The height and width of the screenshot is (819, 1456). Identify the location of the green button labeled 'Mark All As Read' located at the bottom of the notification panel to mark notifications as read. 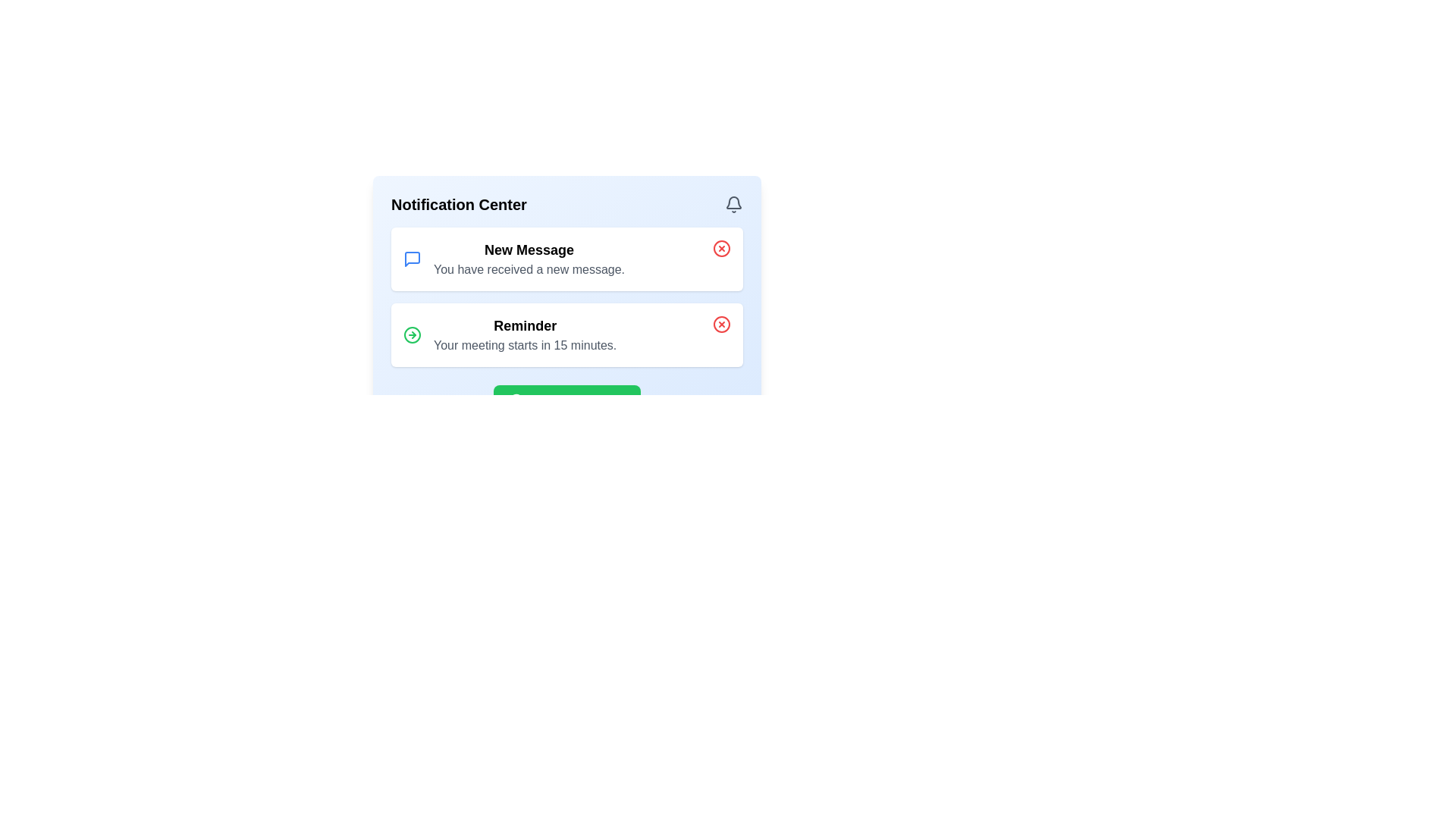
(566, 400).